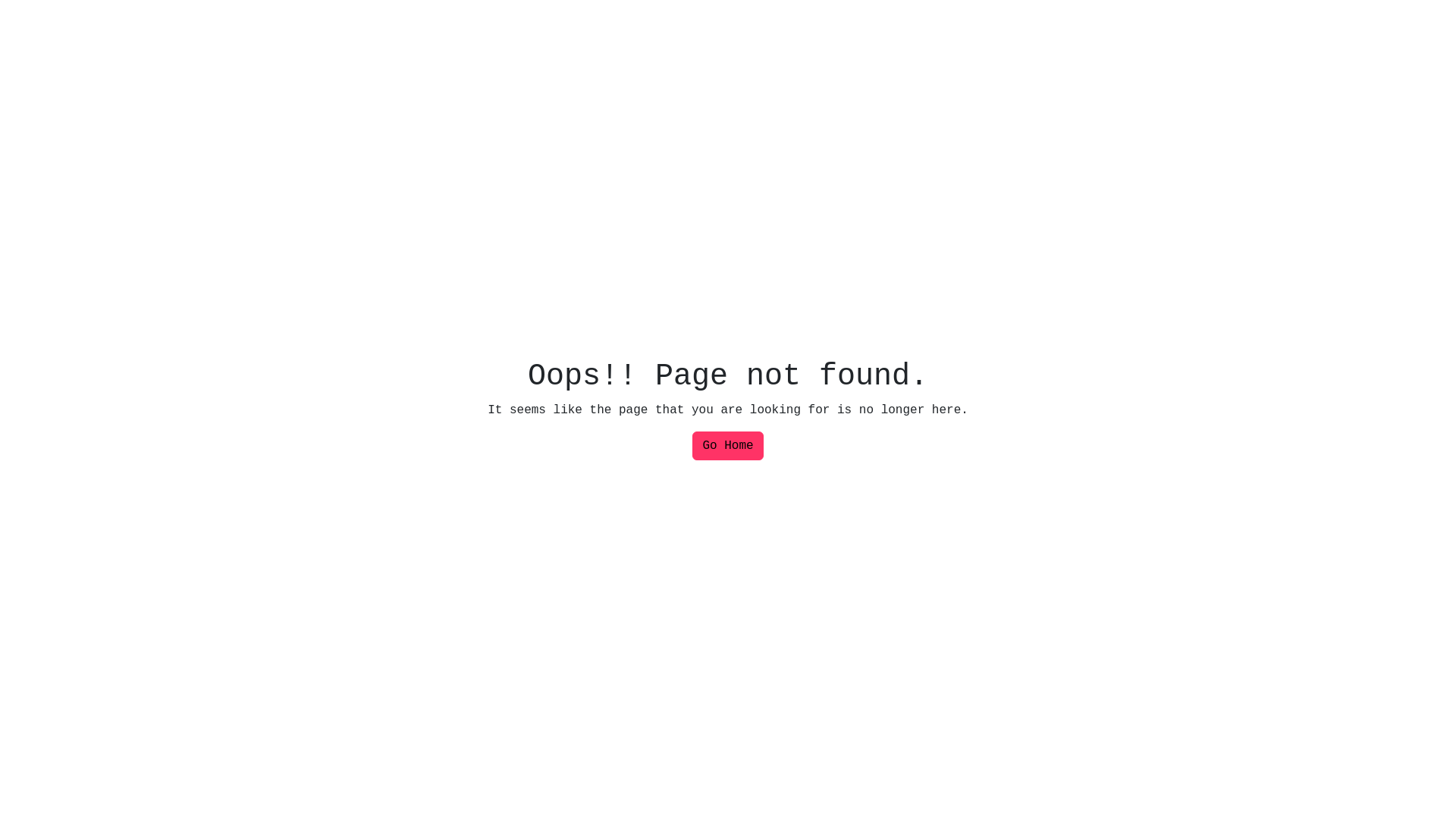  I want to click on 'Go Home', so click(726, 444).